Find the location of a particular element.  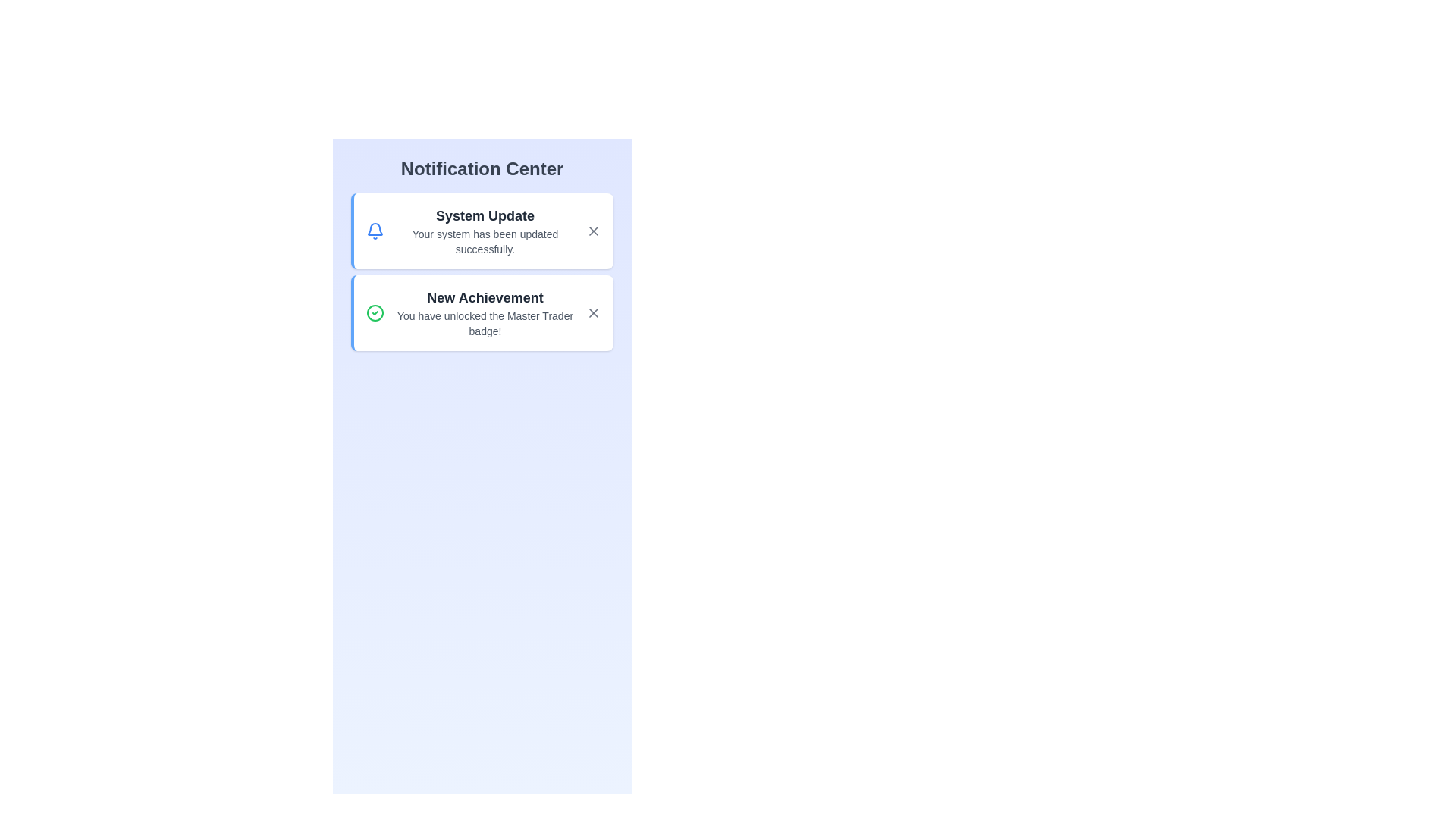

the button located at the top-right corner of the 'New Achievement' notification card is located at coordinates (592, 312).